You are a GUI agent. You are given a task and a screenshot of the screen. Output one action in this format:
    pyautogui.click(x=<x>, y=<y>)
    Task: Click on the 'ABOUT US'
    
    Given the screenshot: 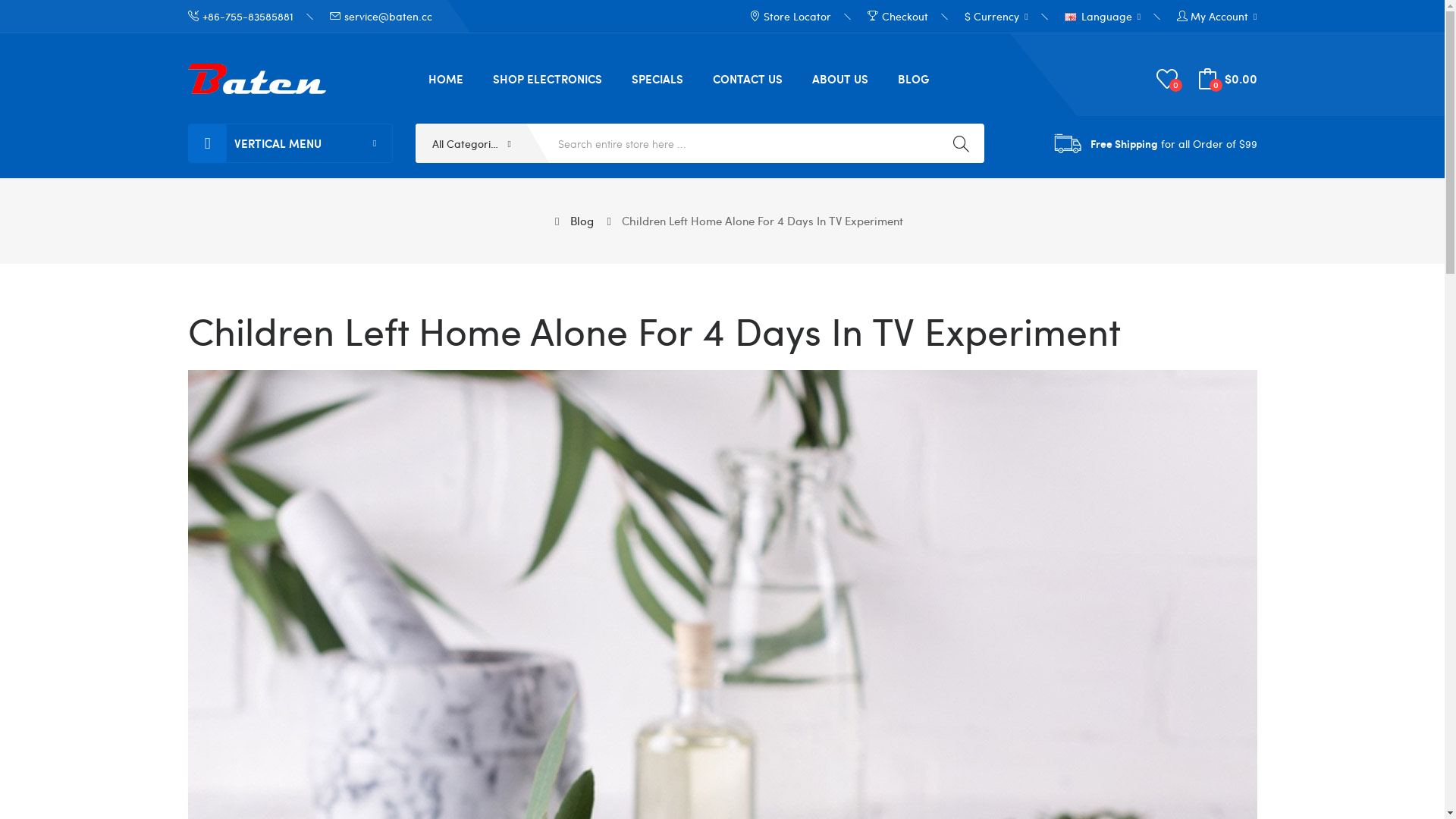 What is the action you would take?
    pyautogui.click(x=839, y=78)
    